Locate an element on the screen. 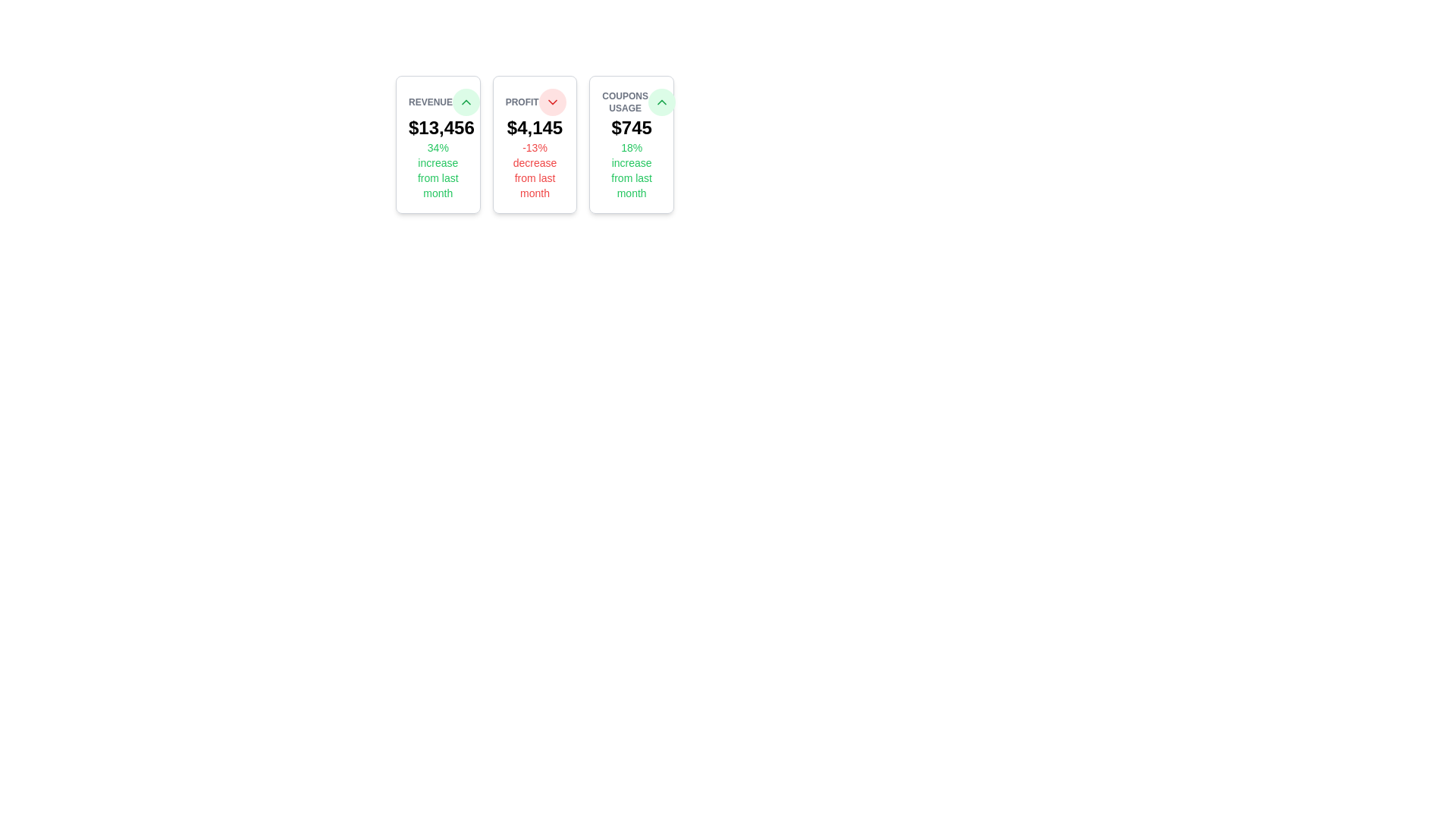 Image resolution: width=1456 pixels, height=819 pixels. the 'Profit' text label, which is styled in small, bold, uppercase gray font and located at the top of the second card in a row of three cards is located at coordinates (522, 102).